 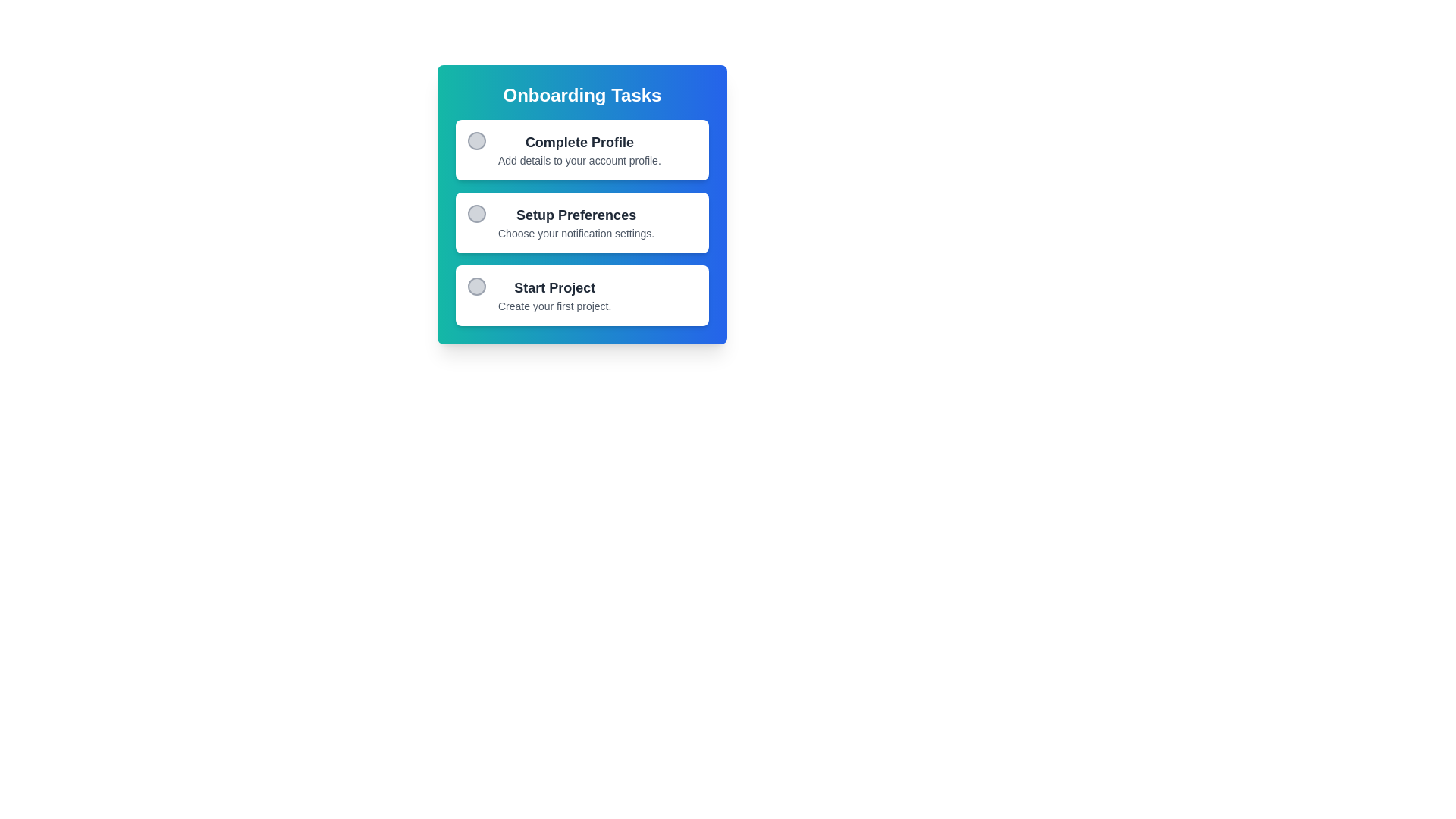 I want to click on the second selectable card in the onboarding interface, so click(x=582, y=222).